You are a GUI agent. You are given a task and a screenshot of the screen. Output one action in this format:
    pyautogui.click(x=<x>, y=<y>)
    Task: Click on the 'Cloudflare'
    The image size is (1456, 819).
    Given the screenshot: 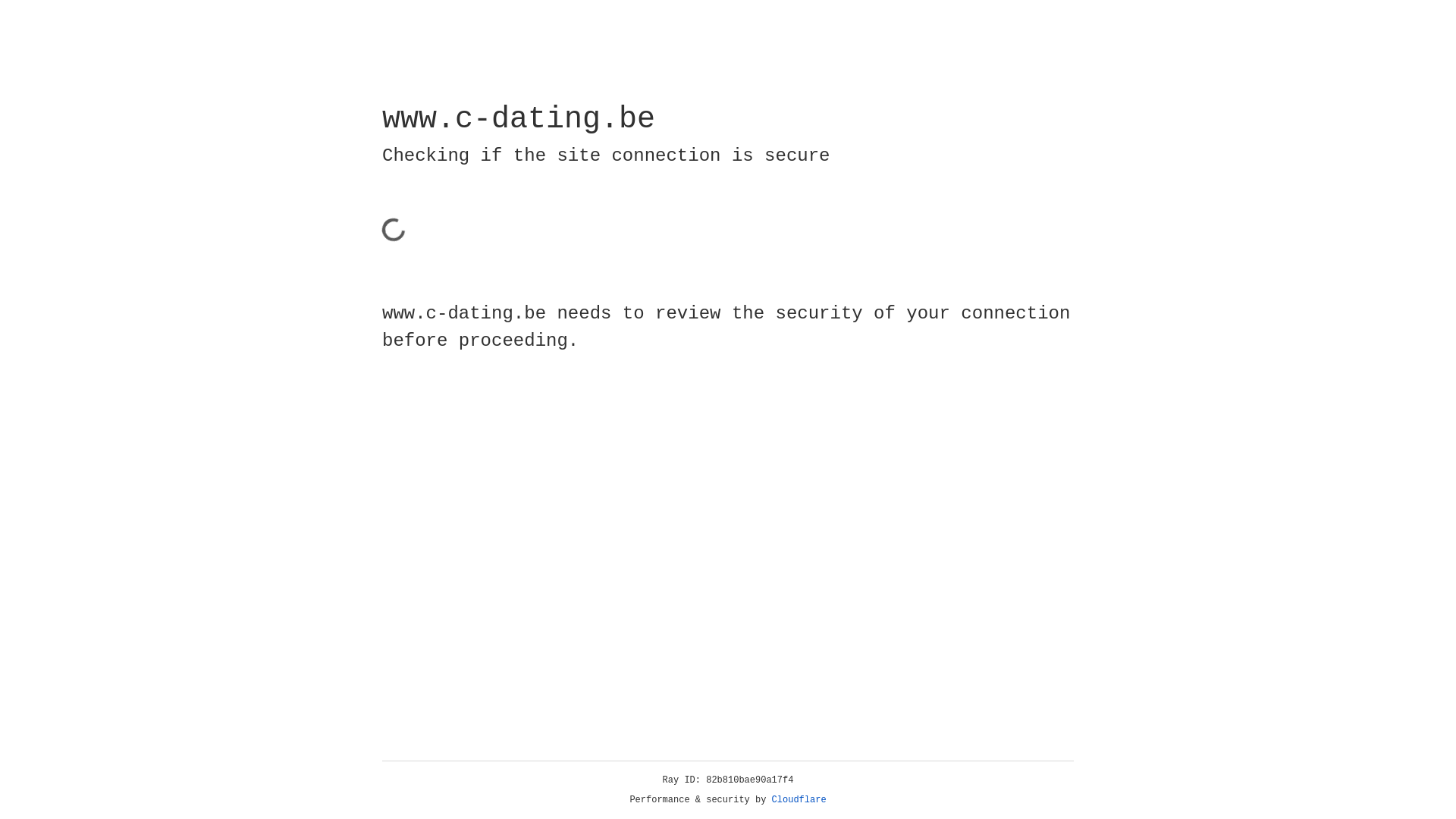 What is the action you would take?
    pyautogui.click(x=799, y=799)
    